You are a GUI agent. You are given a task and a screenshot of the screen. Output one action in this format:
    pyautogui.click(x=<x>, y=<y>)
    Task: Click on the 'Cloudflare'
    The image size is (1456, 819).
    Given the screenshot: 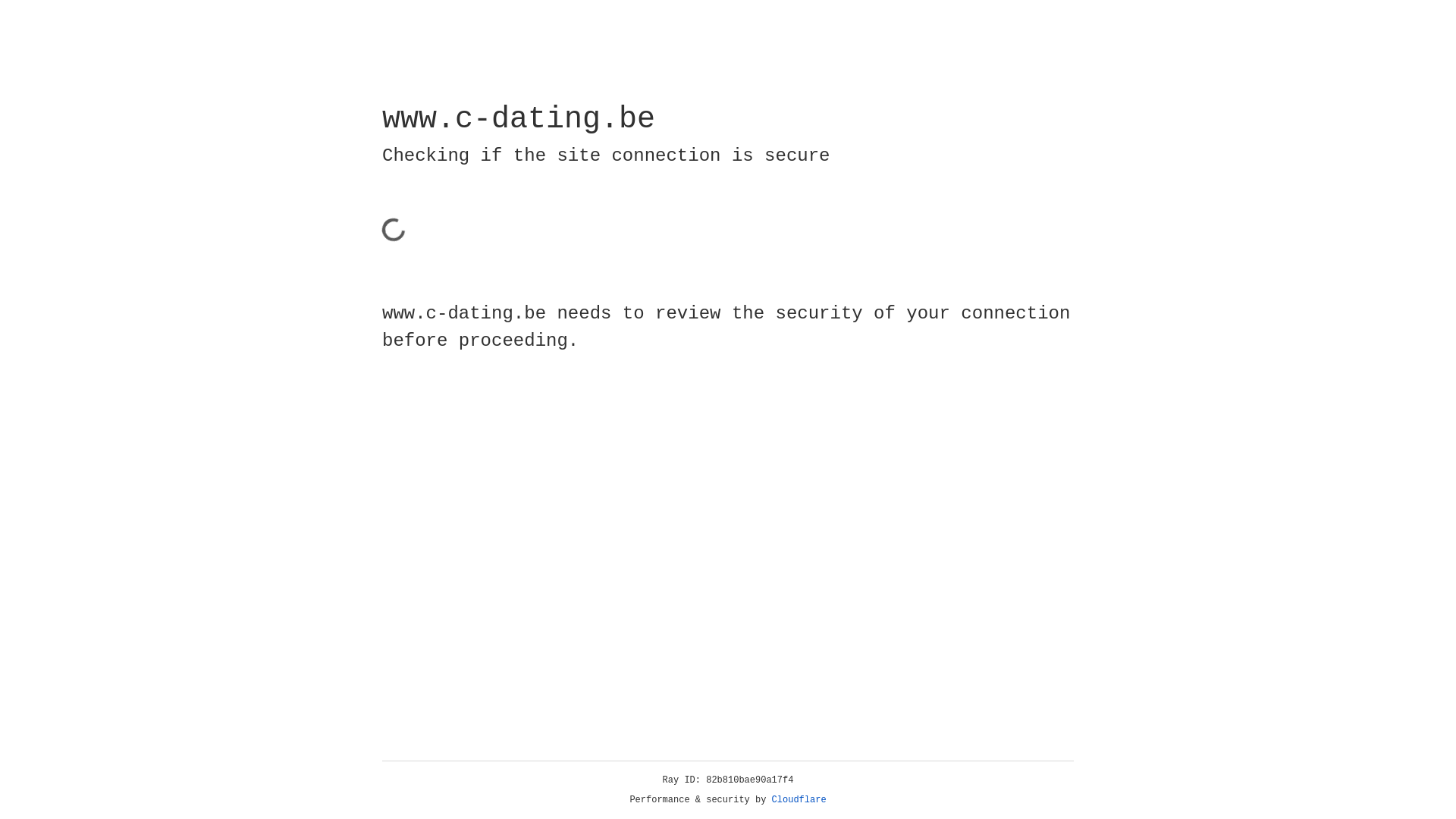 What is the action you would take?
    pyautogui.click(x=799, y=799)
    